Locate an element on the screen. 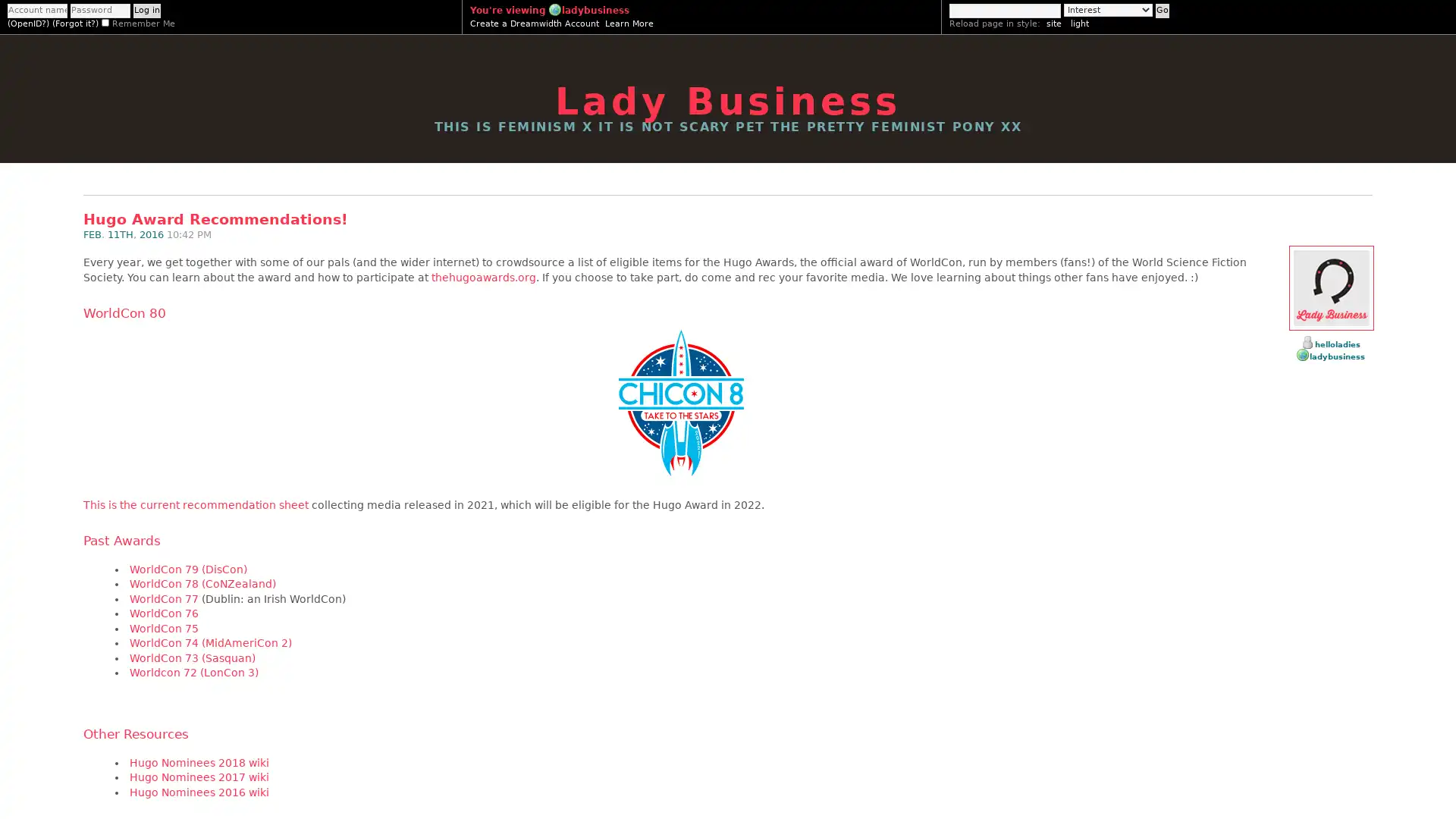  Log in is located at coordinates (146, 11).